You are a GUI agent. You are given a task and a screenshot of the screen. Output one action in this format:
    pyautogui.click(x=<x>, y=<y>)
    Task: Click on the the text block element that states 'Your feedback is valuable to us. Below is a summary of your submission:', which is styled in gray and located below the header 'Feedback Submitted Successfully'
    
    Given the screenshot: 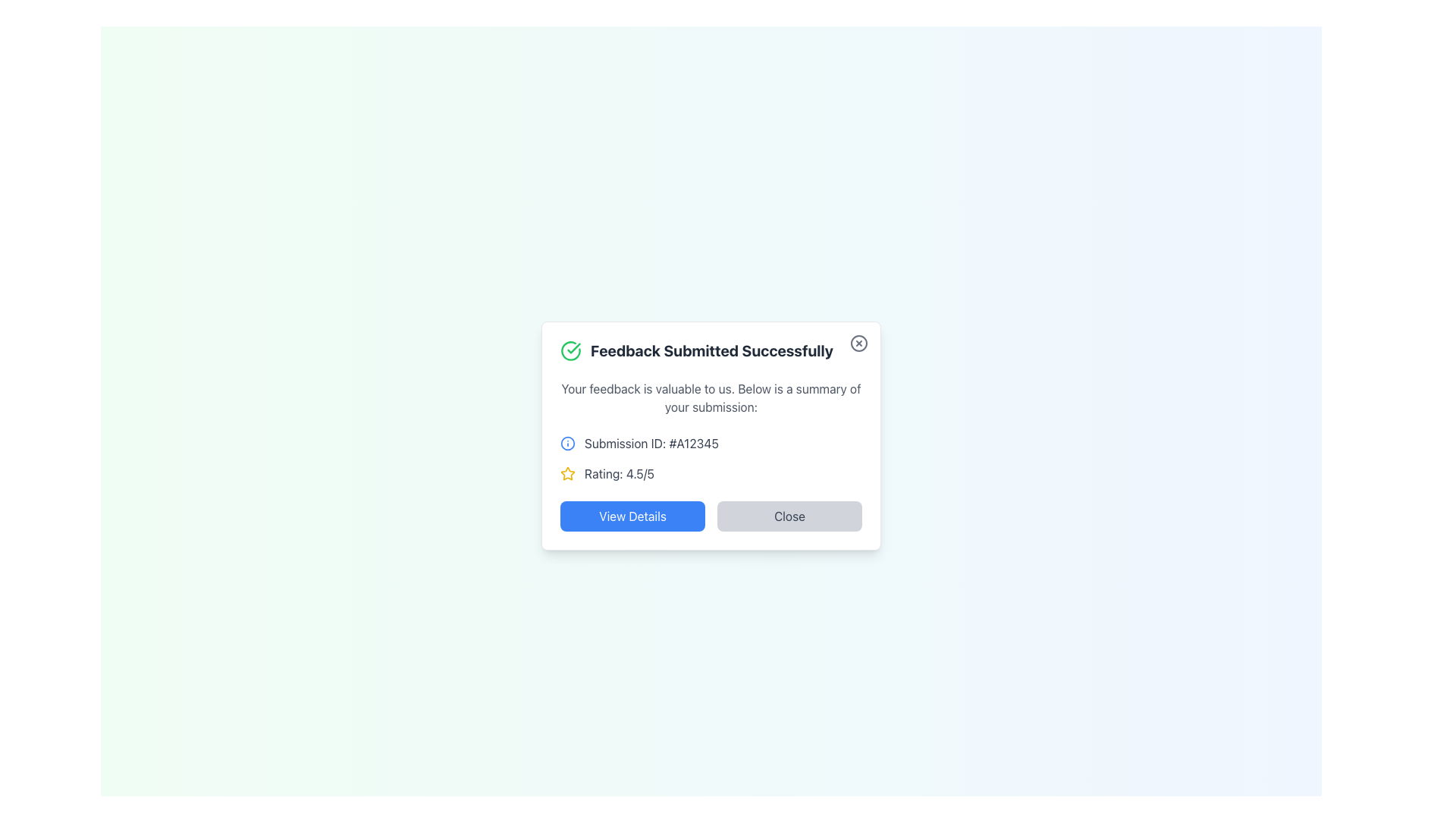 What is the action you would take?
    pyautogui.click(x=710, y=397)
    